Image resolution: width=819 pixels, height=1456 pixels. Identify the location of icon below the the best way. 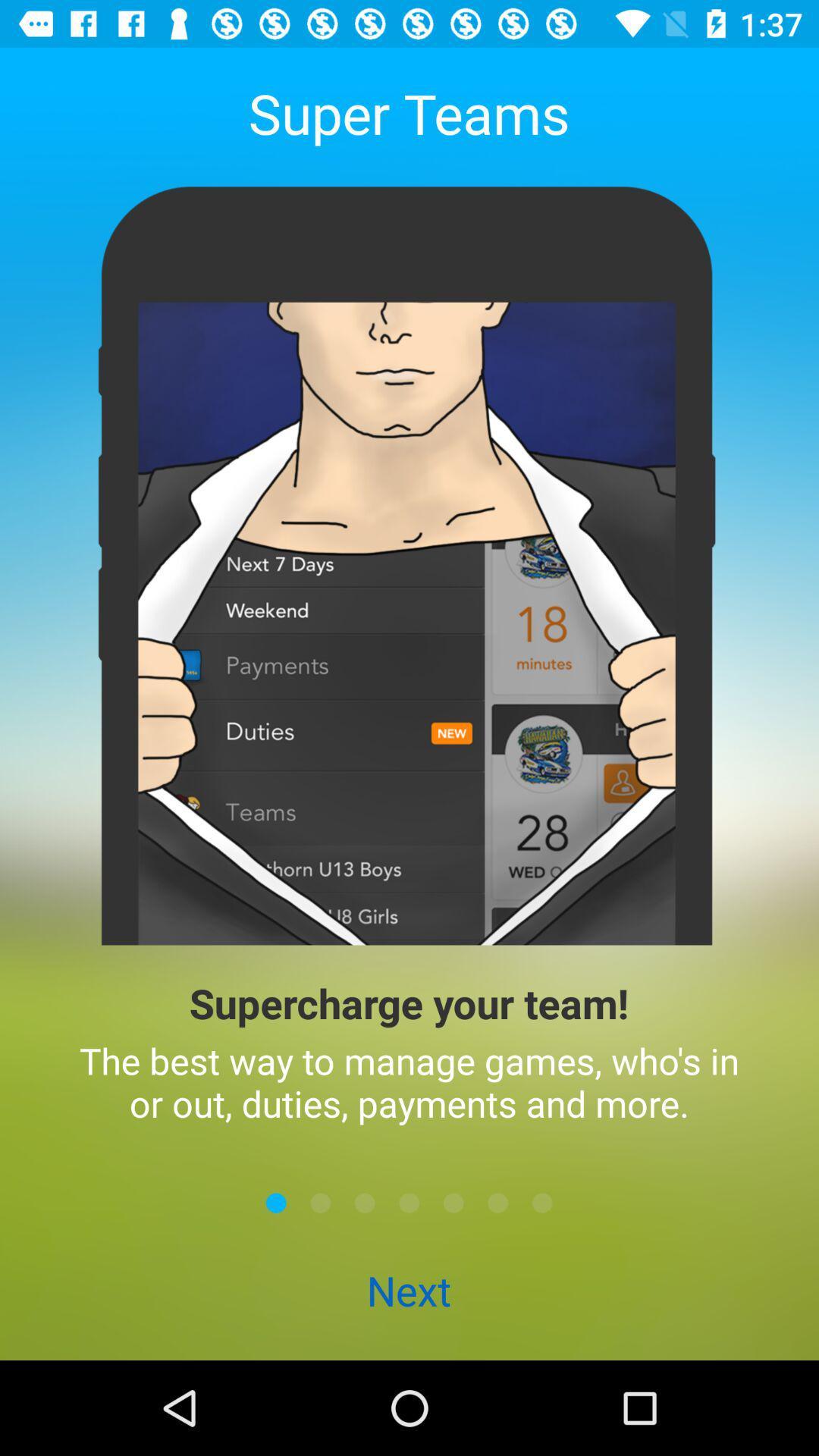
(453, 1202).